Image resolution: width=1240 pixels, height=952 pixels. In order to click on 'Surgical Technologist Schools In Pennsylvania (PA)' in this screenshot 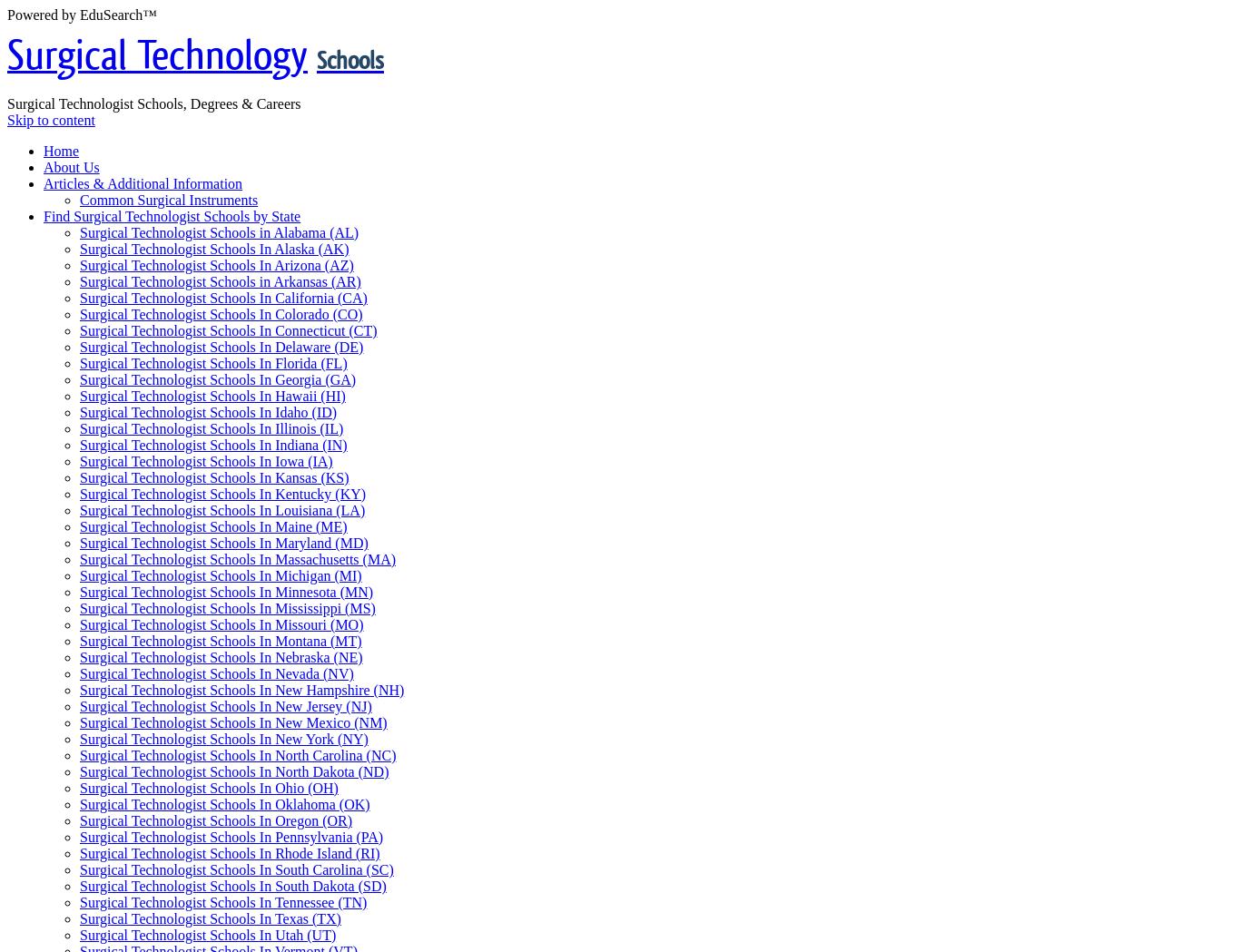, I will do `click(231, 835)`.